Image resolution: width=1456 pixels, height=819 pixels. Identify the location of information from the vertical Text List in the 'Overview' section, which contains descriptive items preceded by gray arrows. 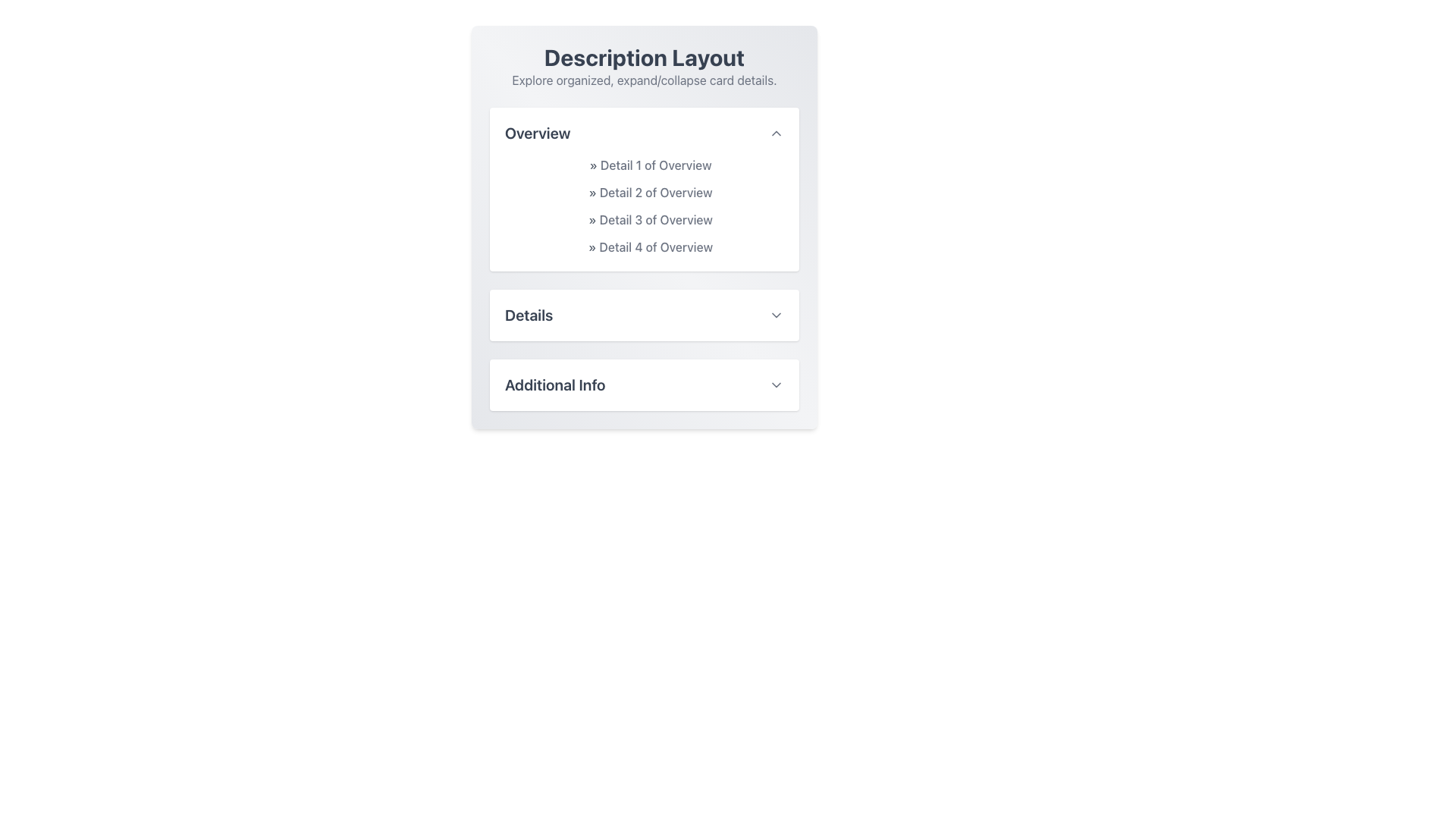
(644, 199).